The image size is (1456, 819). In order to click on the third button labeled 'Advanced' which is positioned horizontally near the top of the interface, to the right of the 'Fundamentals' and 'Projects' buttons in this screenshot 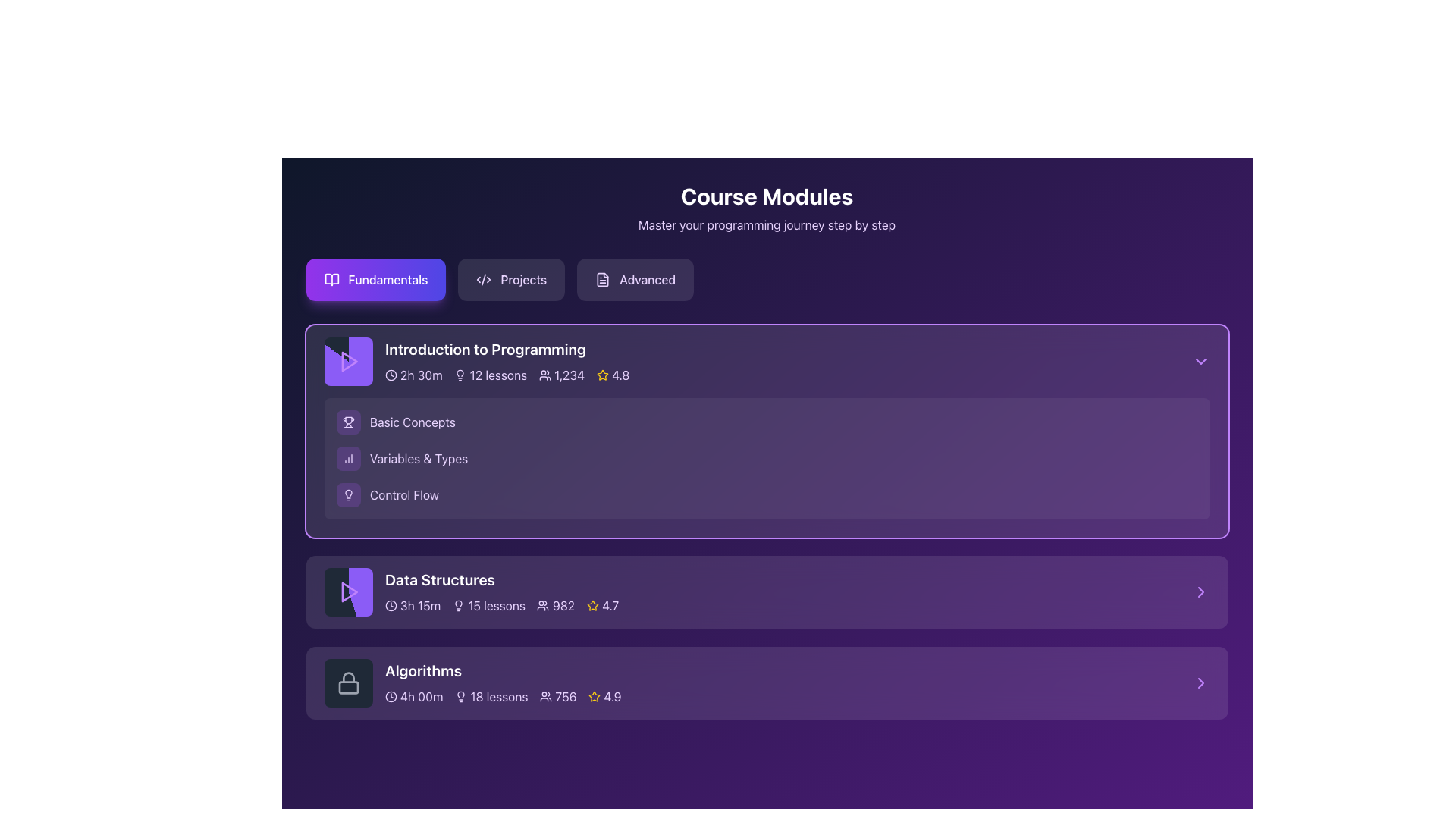, I will do `click(635, 280)`.